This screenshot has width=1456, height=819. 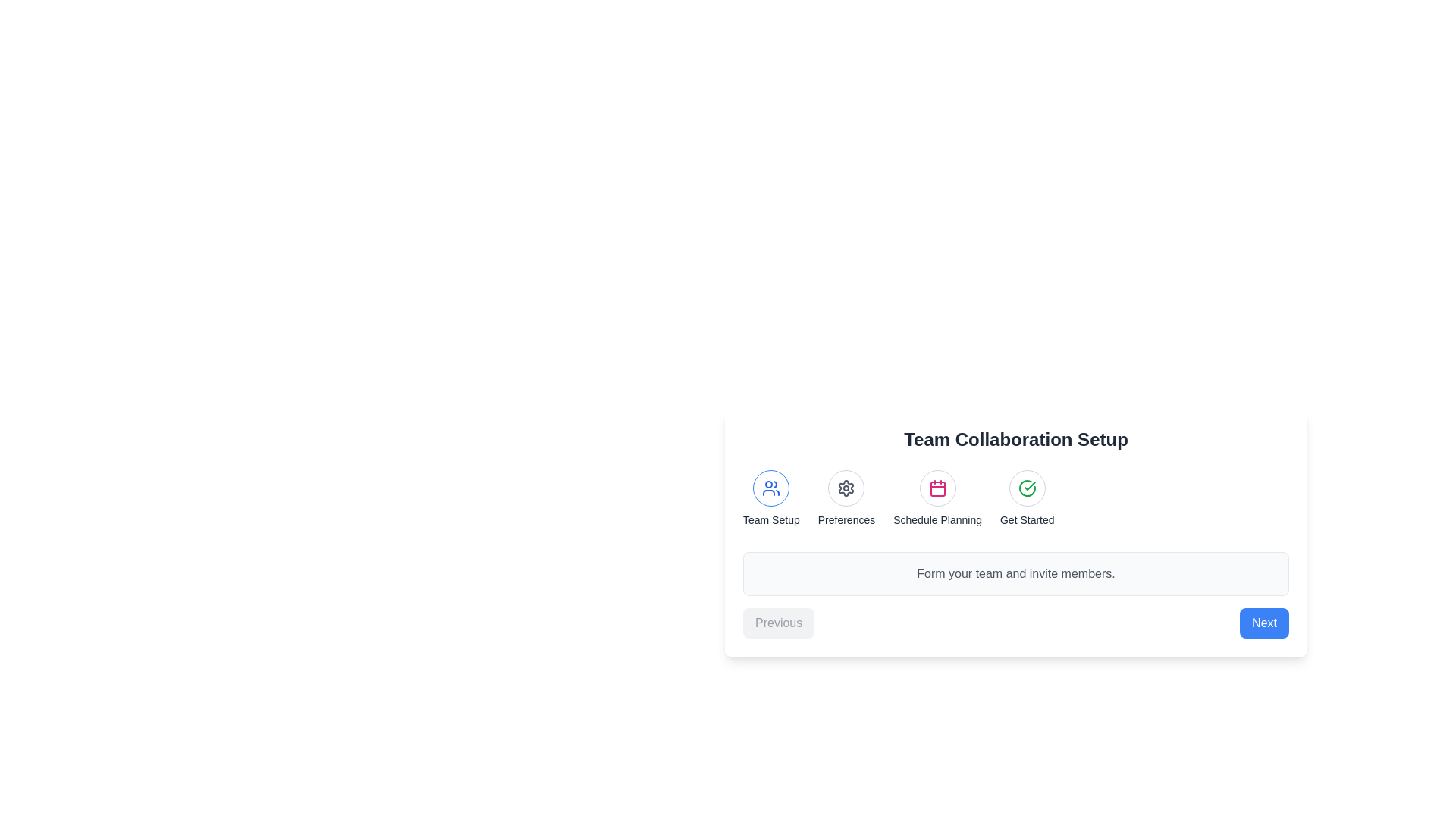 I want to click on the settings icon, which is a gear-shaped icon with a circular outline and gray color, located in the Preferences section of the Team Collaboration Setup interface, so click(x=846, y=488).